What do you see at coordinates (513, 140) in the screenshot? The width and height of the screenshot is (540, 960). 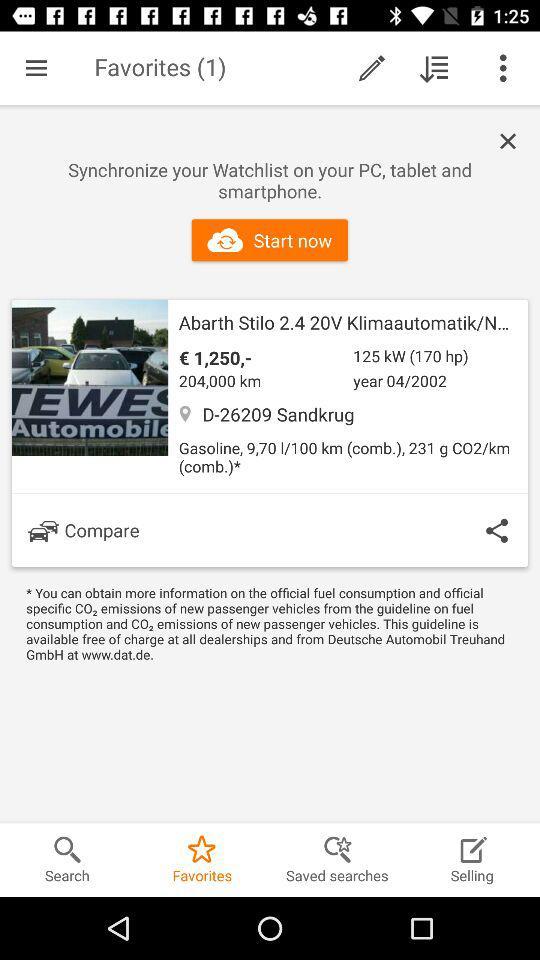 I see `hide advertisement` at bounding box center [513, 140].